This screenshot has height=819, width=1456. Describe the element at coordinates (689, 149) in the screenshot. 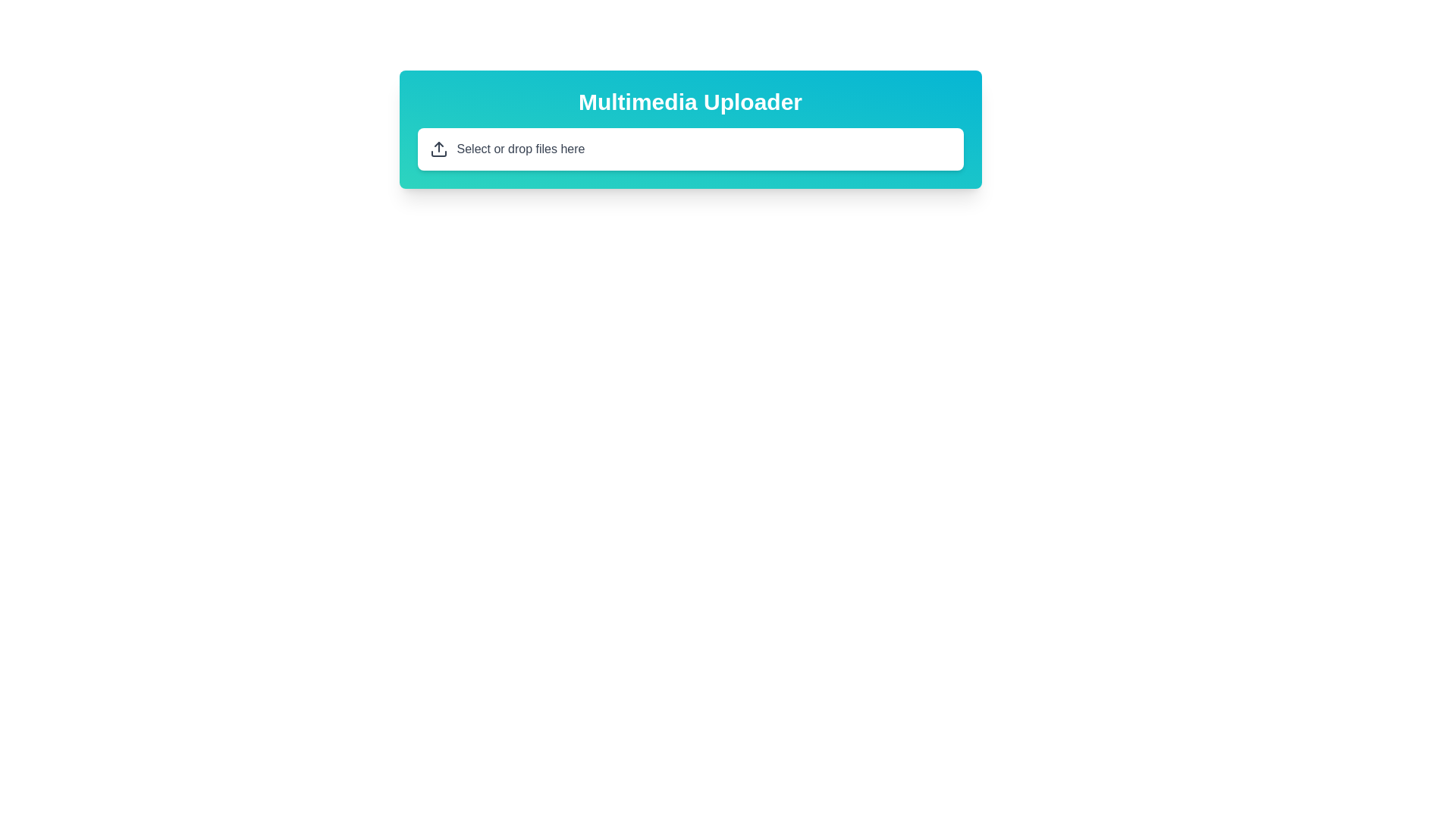

I see `the Interactive file upload trigger located at the center of the white rounded rectangle within the turquoise panel labeled 'Multimedia Uploader'` at that location.